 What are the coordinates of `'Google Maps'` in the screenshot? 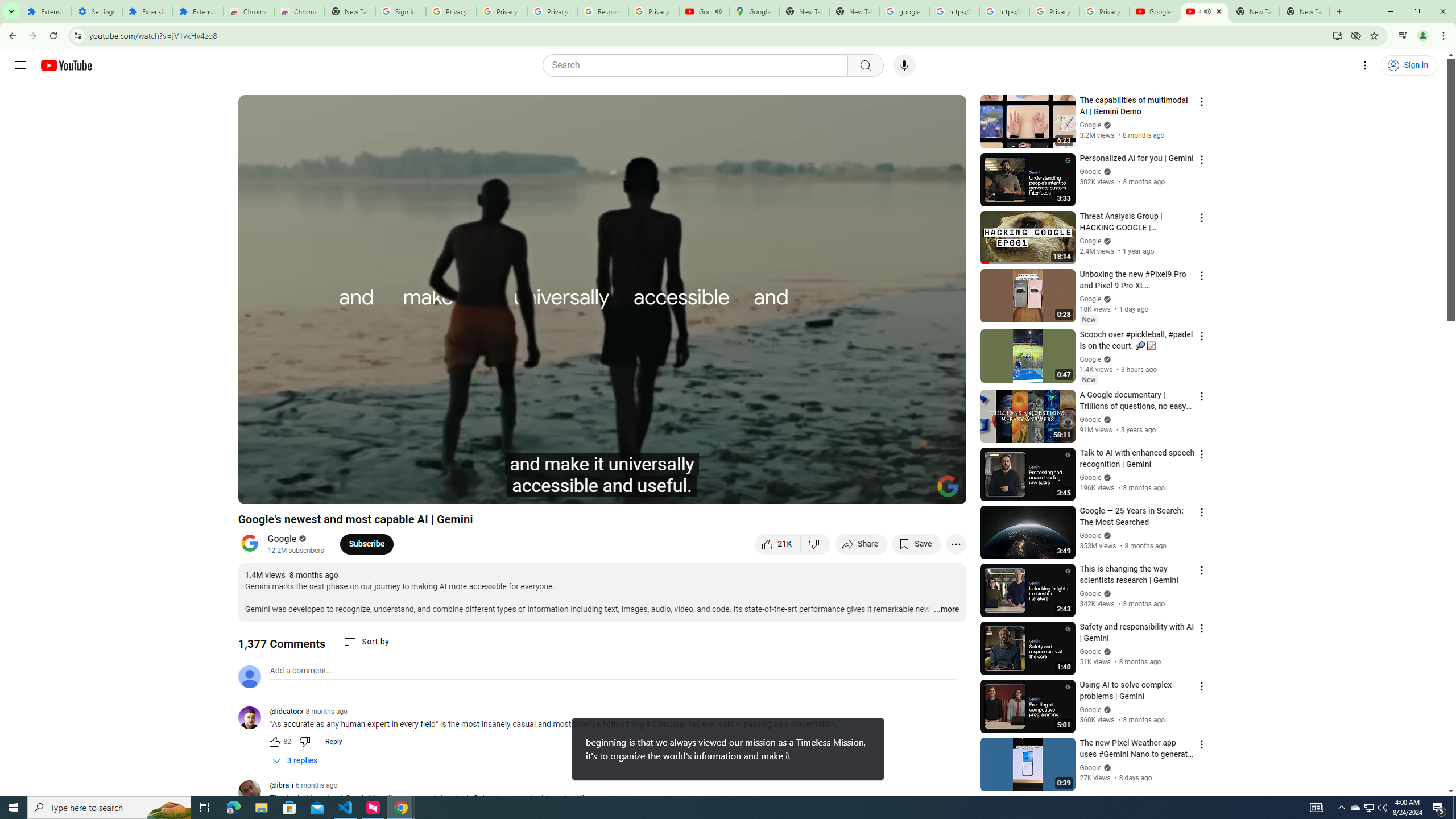 It's located at (754, 11).